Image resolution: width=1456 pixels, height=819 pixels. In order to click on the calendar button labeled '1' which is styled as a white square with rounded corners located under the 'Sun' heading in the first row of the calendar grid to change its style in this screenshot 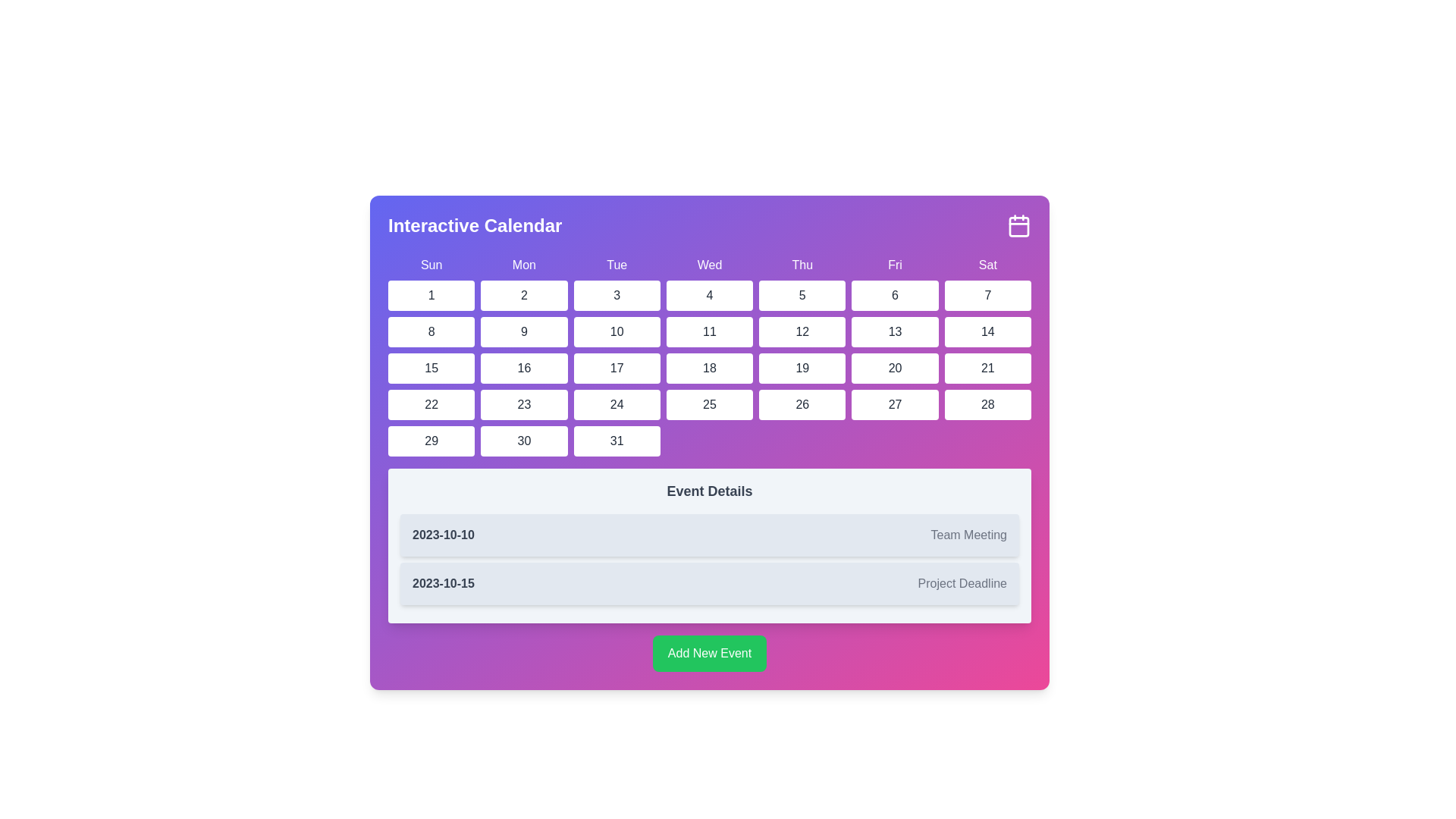, I will do `click(431, 295)`.